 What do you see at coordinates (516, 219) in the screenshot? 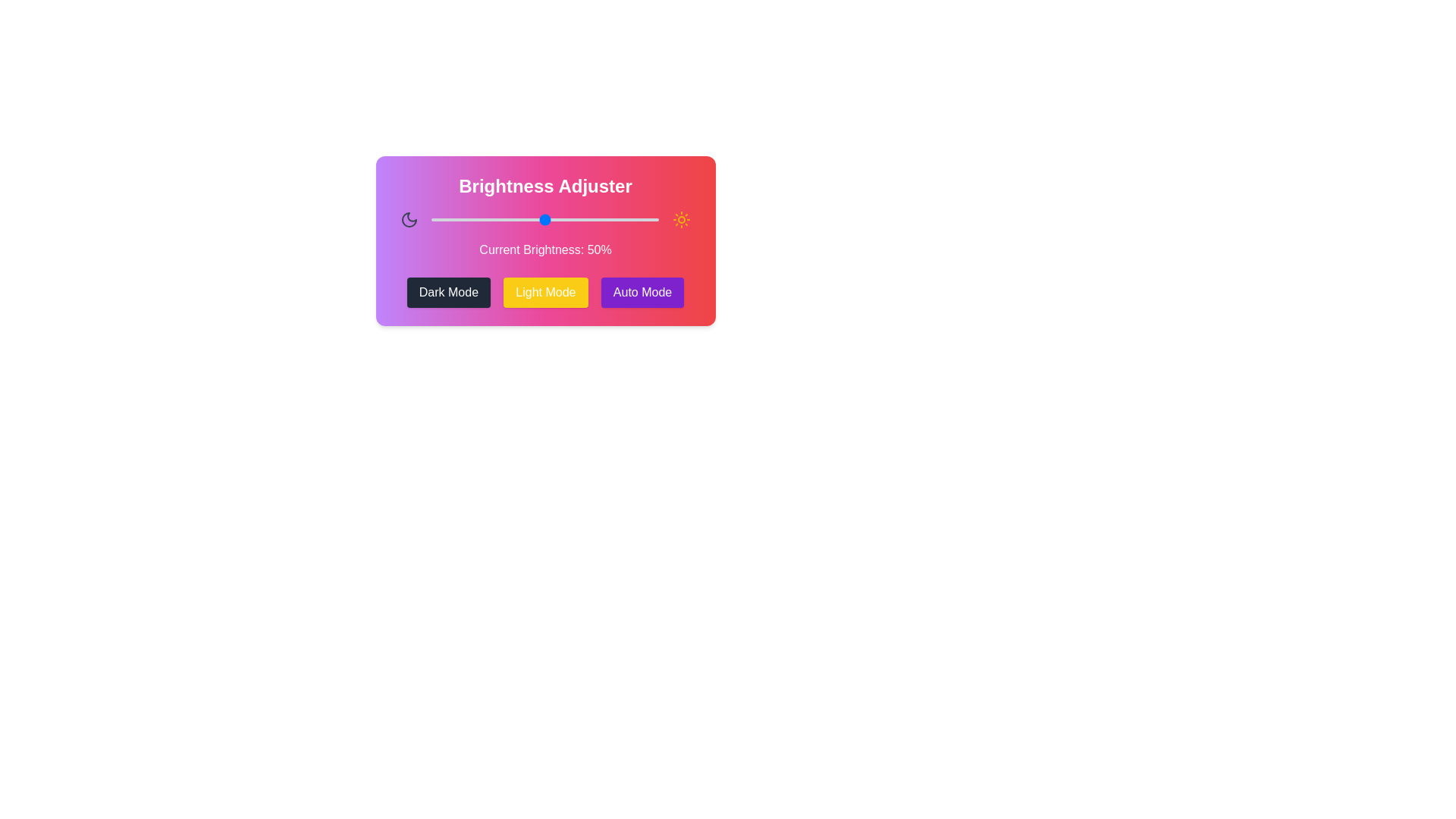
I see `the brightness to 37% by dragging the slider handle` at bounding box center [516, 219].